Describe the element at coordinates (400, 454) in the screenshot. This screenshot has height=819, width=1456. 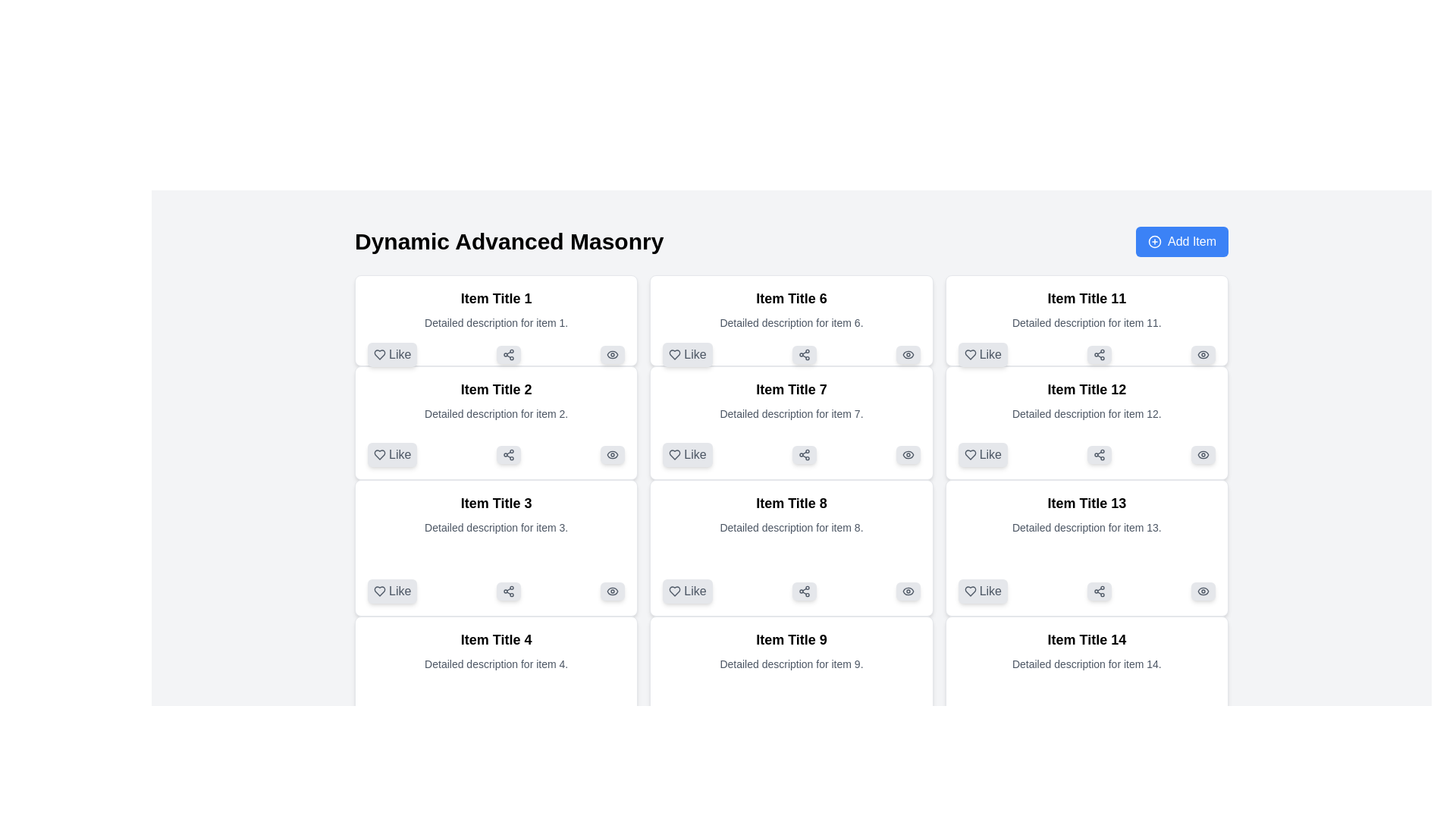
I see `the 'Like' button associated with the Text label that represents the action of liking the content, located within the box labeled 'Item Title 2'` at that location.